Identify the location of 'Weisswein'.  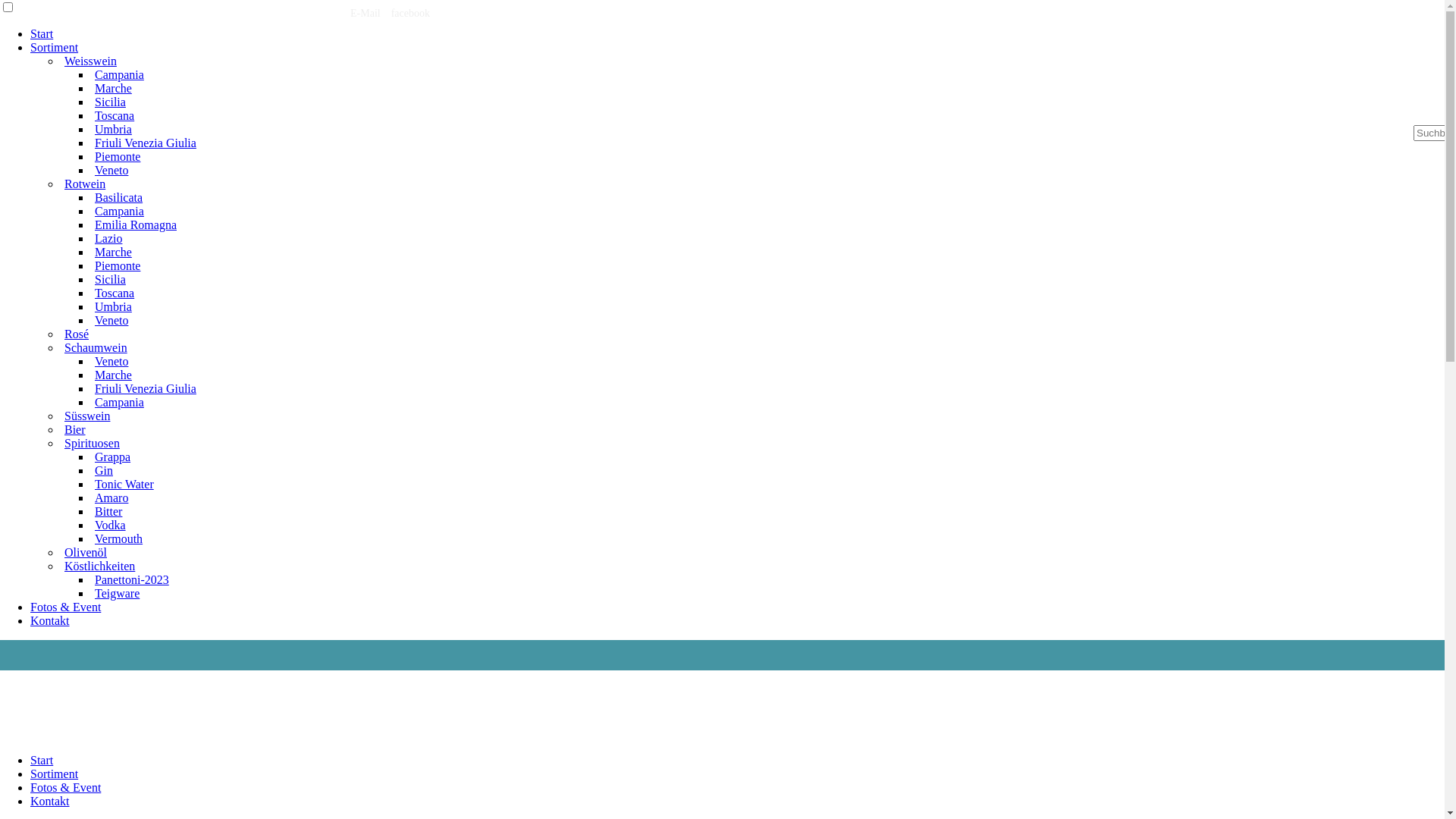
(89, 60).